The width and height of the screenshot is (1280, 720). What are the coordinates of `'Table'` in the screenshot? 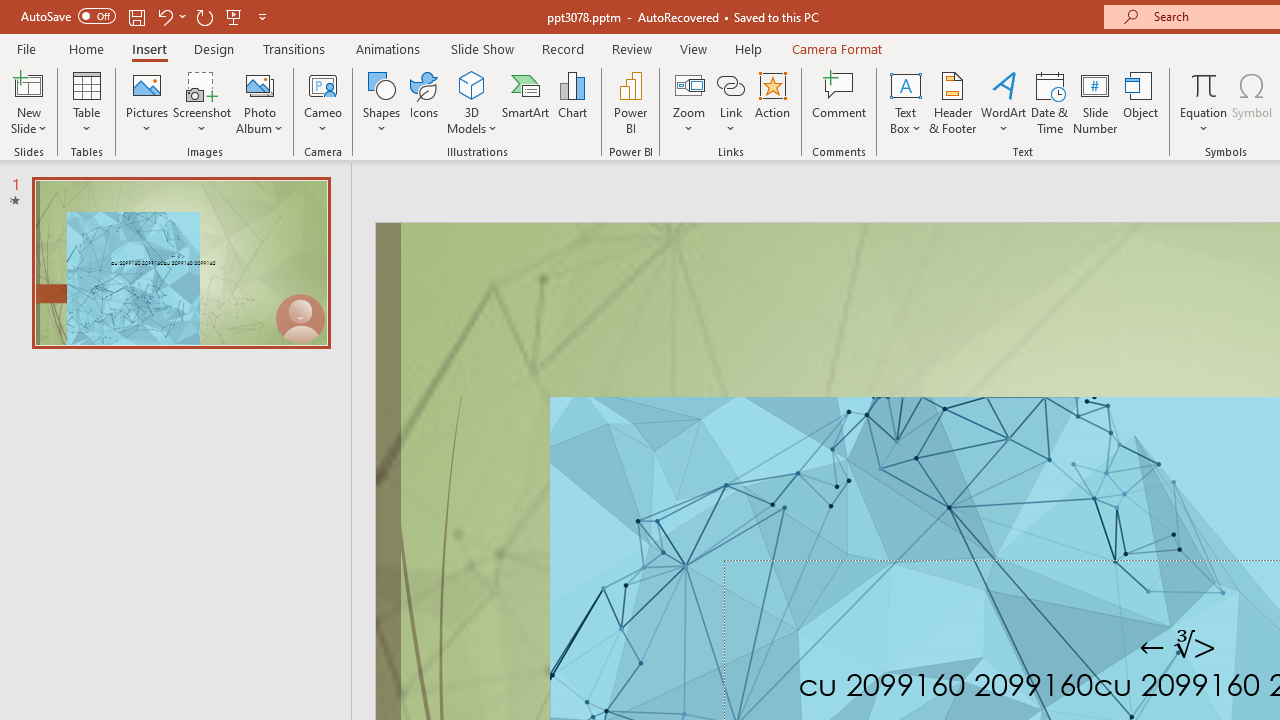 It's located at (86, 103).